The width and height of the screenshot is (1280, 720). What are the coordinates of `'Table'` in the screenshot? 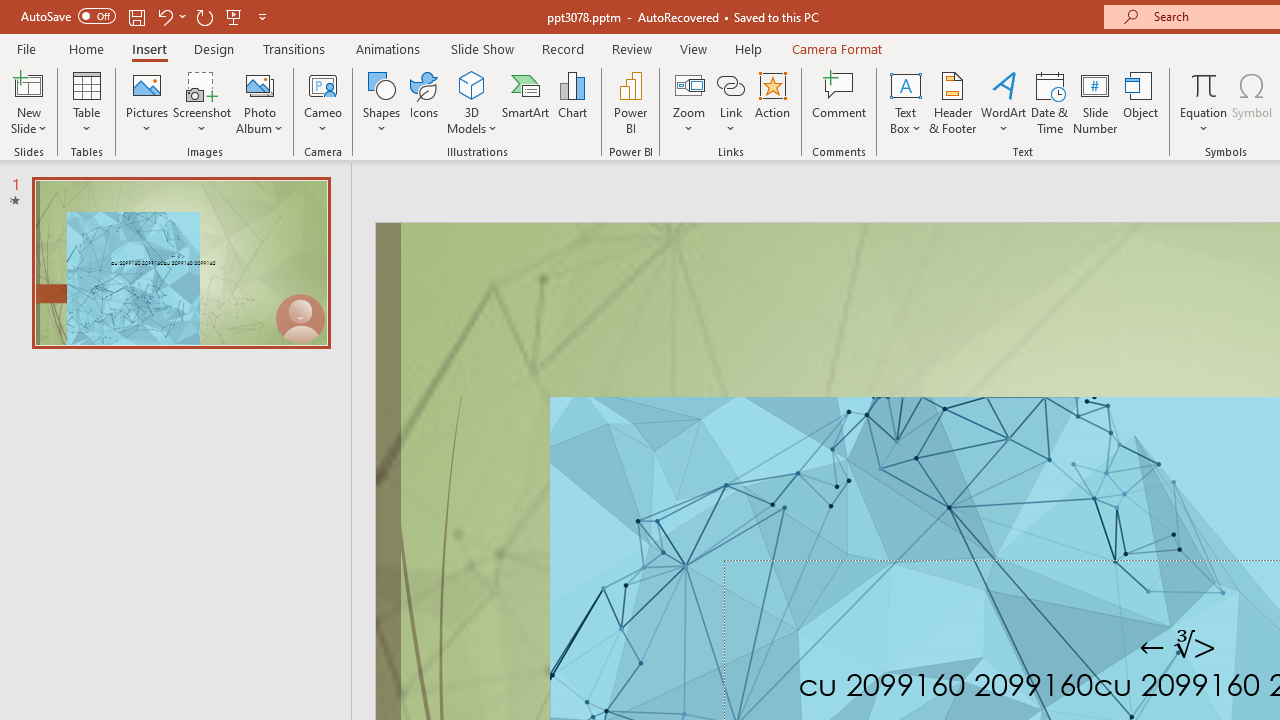 It's located at (86, 103).